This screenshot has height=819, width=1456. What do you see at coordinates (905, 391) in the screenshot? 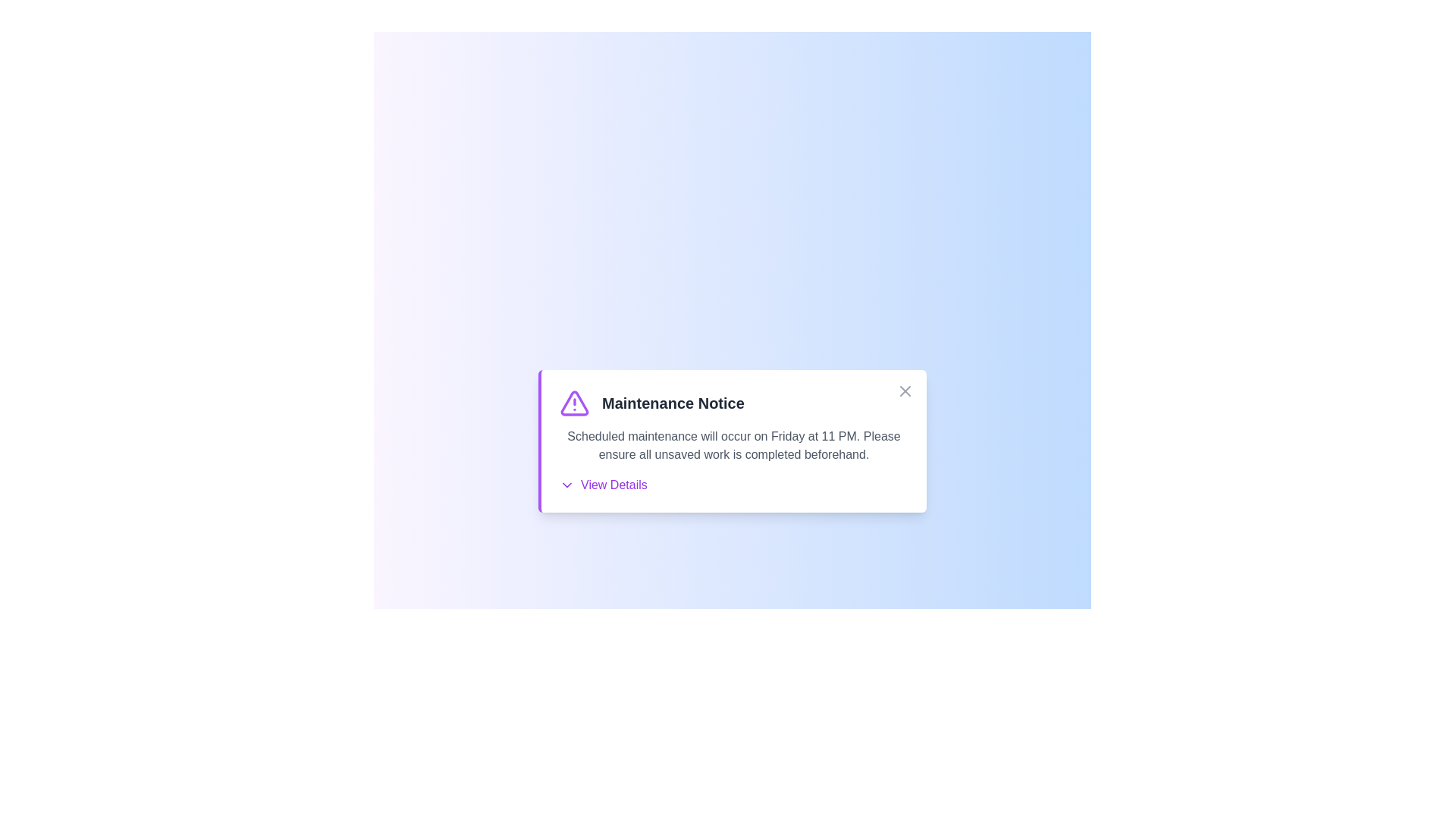
I see `close button in the top-right corner of the alert to close it` at bounding box center [905, 391].